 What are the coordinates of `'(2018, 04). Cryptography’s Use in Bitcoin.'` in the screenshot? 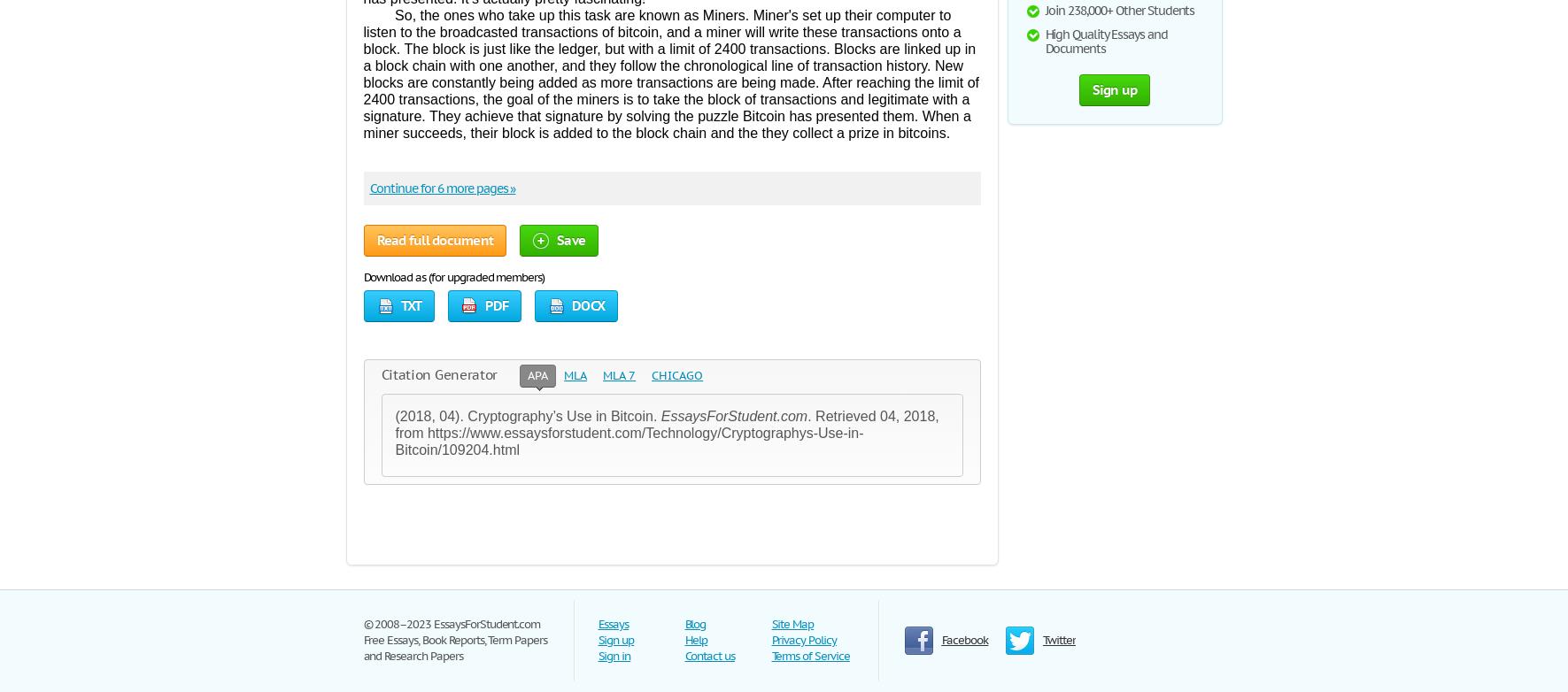 It's located at (526, 416).